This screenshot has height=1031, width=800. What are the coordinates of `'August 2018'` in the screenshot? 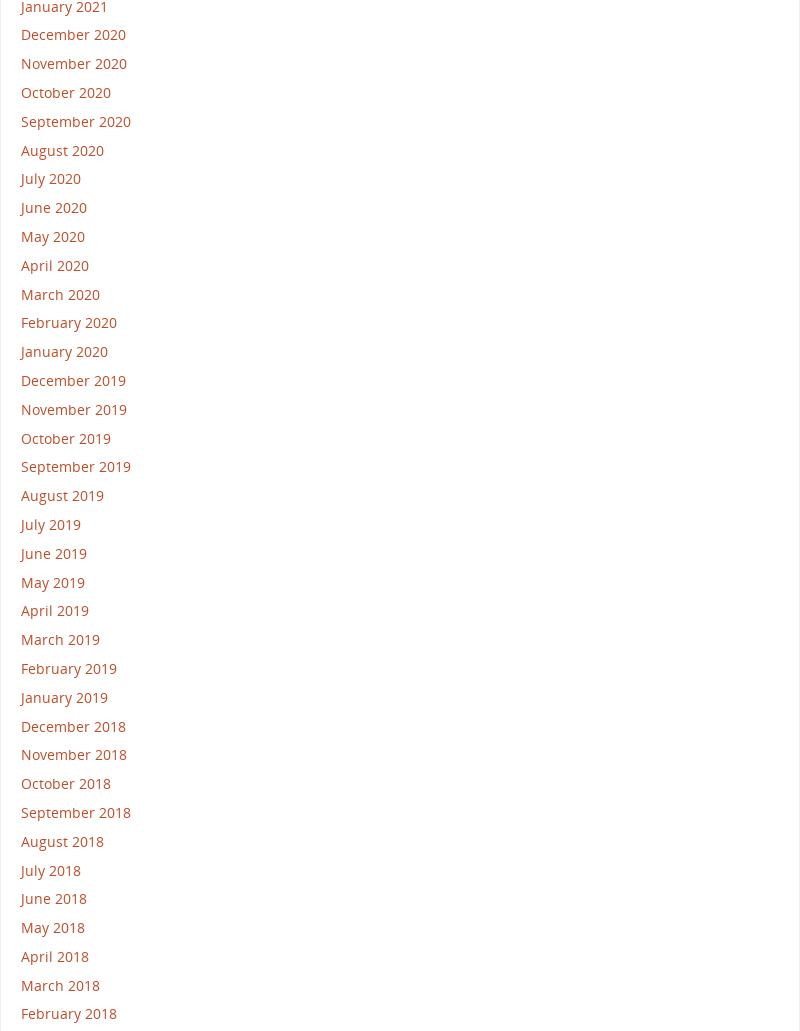 It's located at (61, 840).